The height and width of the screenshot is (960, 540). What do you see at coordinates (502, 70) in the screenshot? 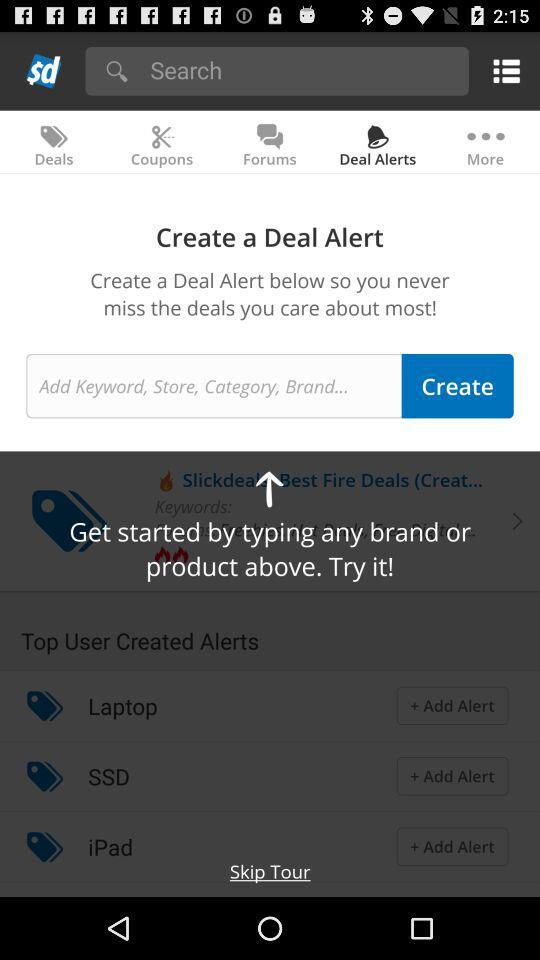
I see `the item above more icon` at bounding box center [502, 70].